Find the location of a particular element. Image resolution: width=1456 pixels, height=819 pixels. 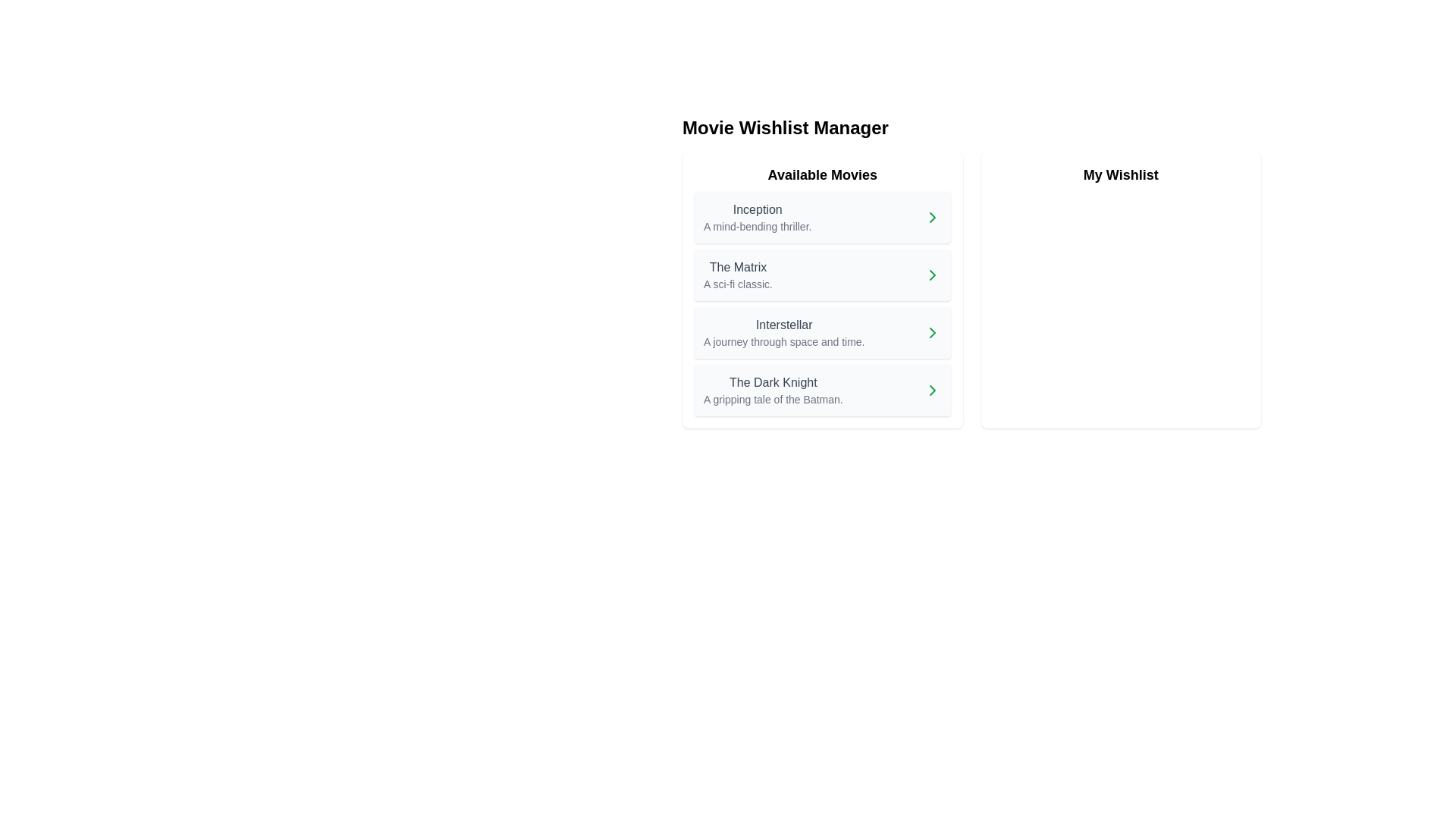

text content of the element displaying 'A gripping tale of the Batman.' which is located beneath the title 'The Dark Knight' in the fourth entry of the 'Available Movies' list is located at coordinates (773, 399).